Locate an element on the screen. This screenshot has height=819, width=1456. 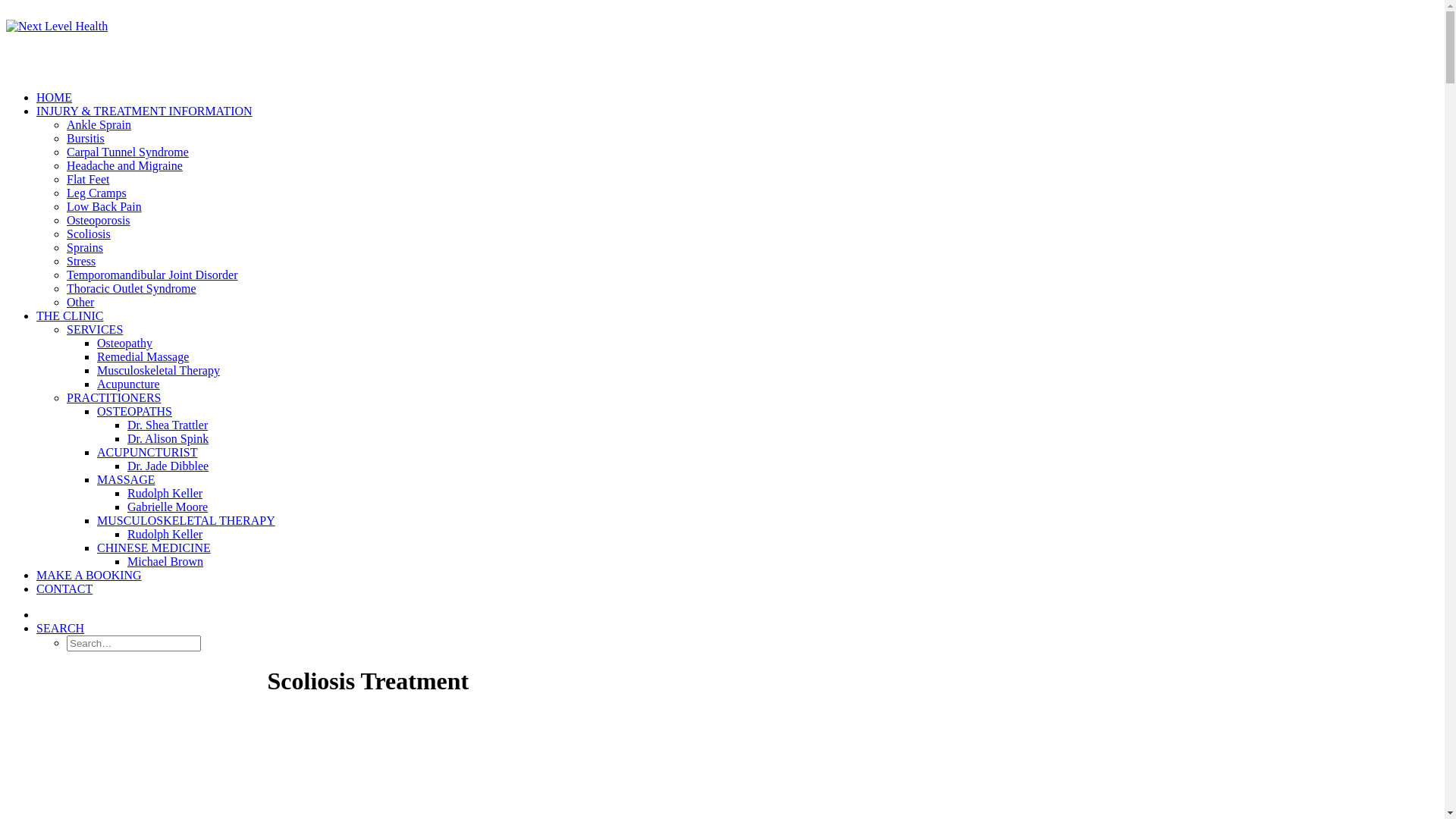
'HOME' is located at coordinates (36, 97).